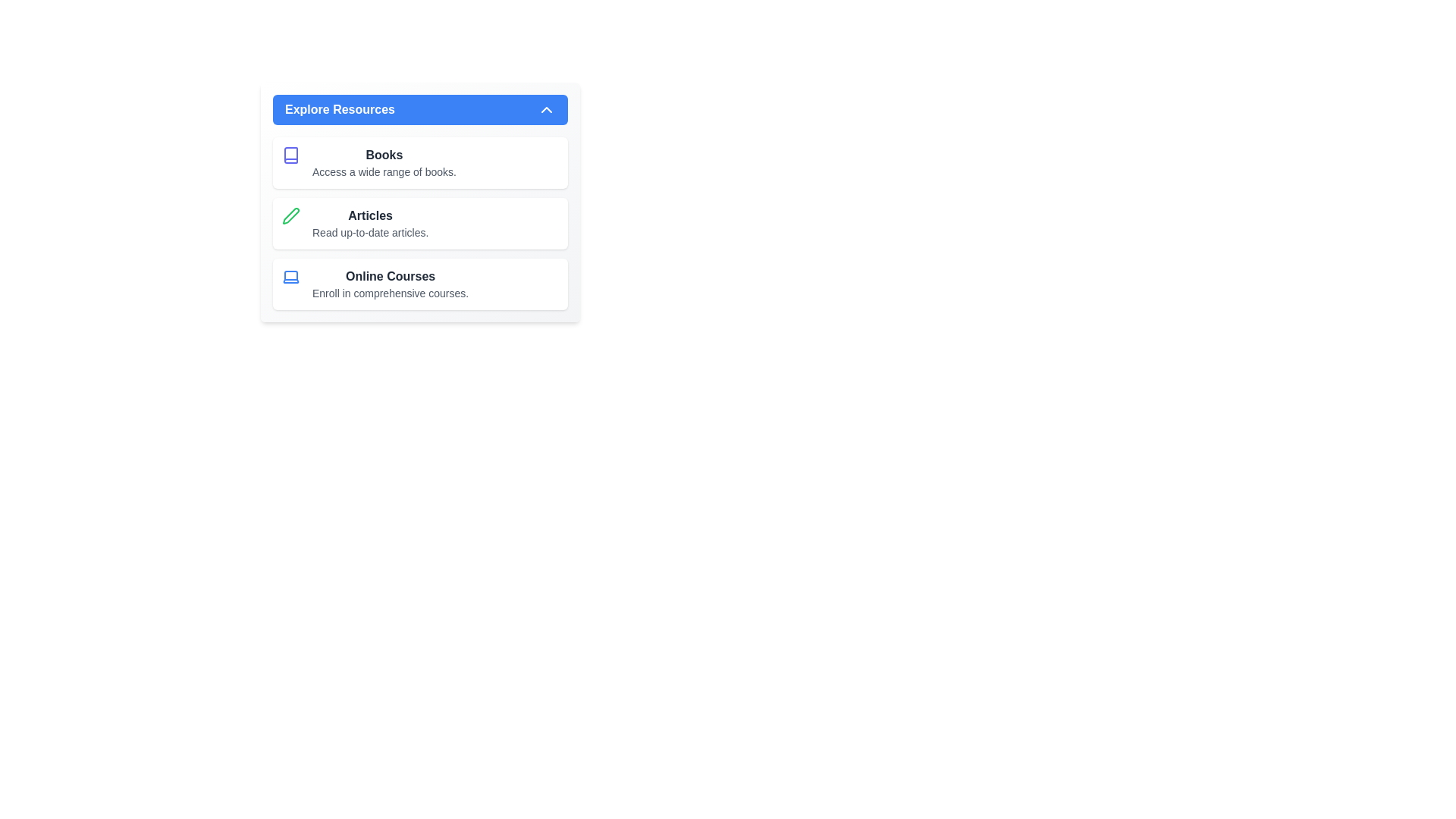 The image size is (1456, 819). Describe the element at coordinates (370, 223) in the screenshot. I see `the 'Articles' text label, which features a bold title and a supporting description` at that location.